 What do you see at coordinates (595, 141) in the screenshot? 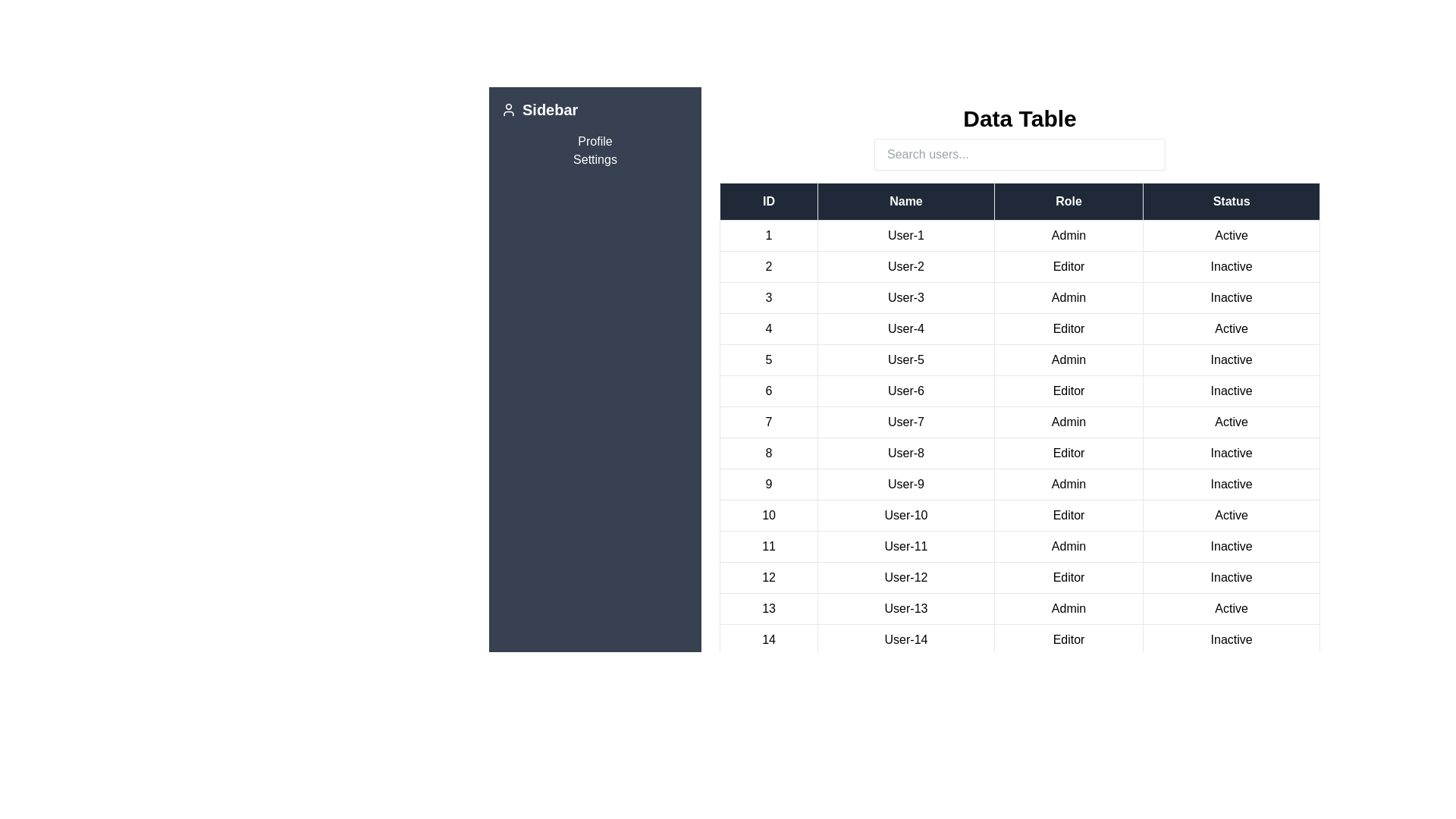
I see `the sidebar link Profile to navigate` at bounding box center [595, 141].